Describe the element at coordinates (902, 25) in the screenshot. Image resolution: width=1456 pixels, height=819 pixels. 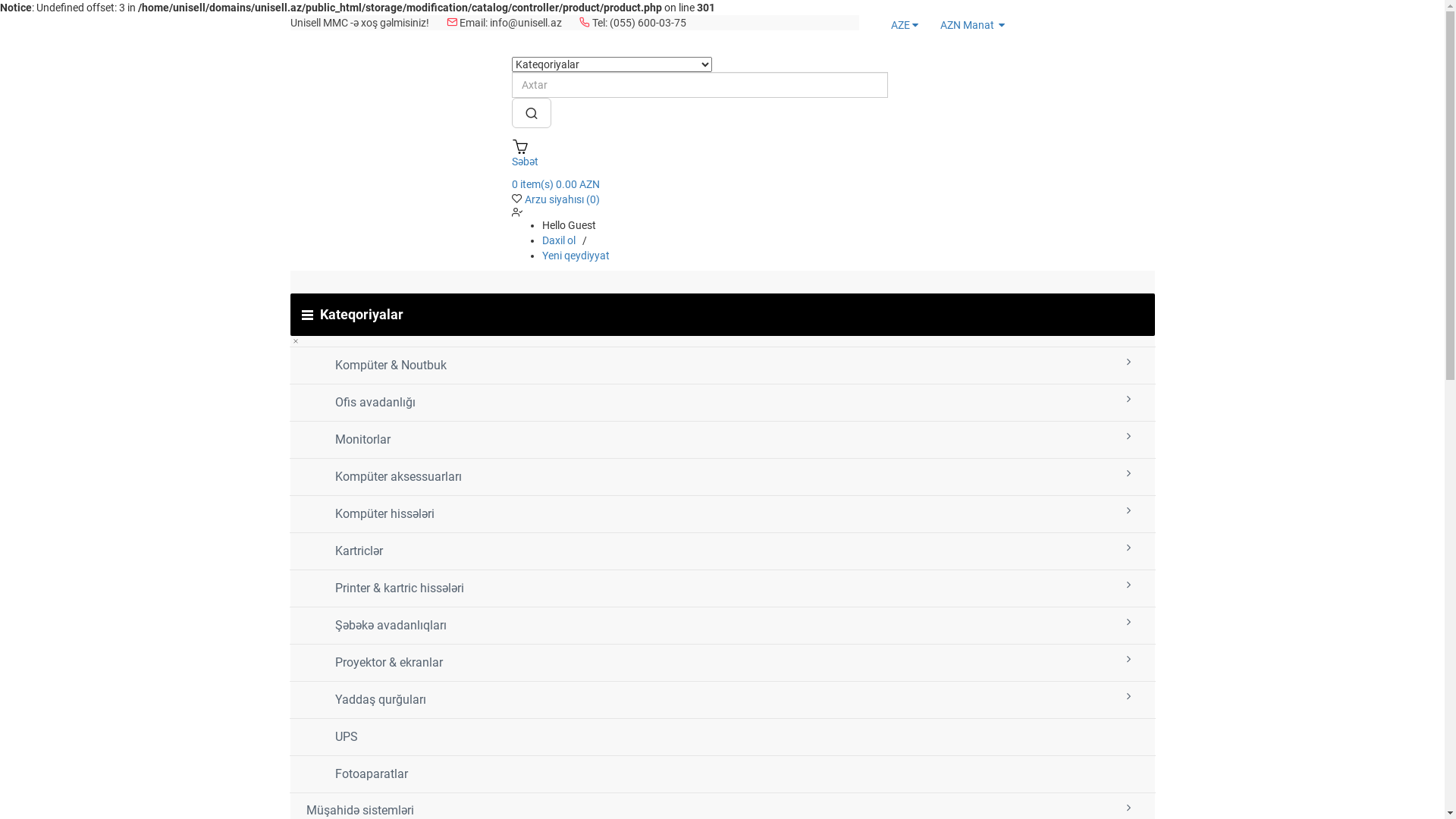
I see `'AZE'` at that location.